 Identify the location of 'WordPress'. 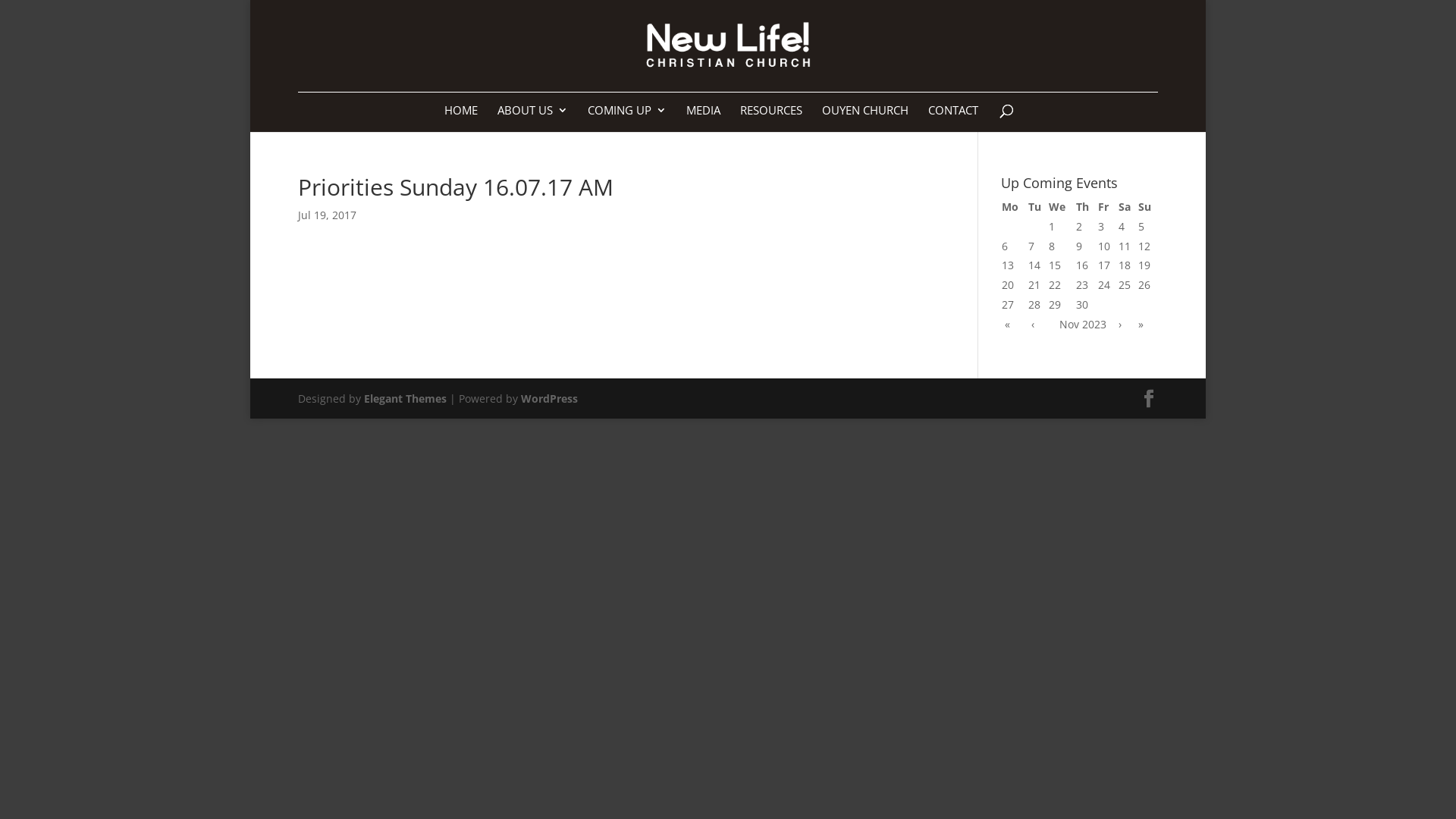
(548, 397).